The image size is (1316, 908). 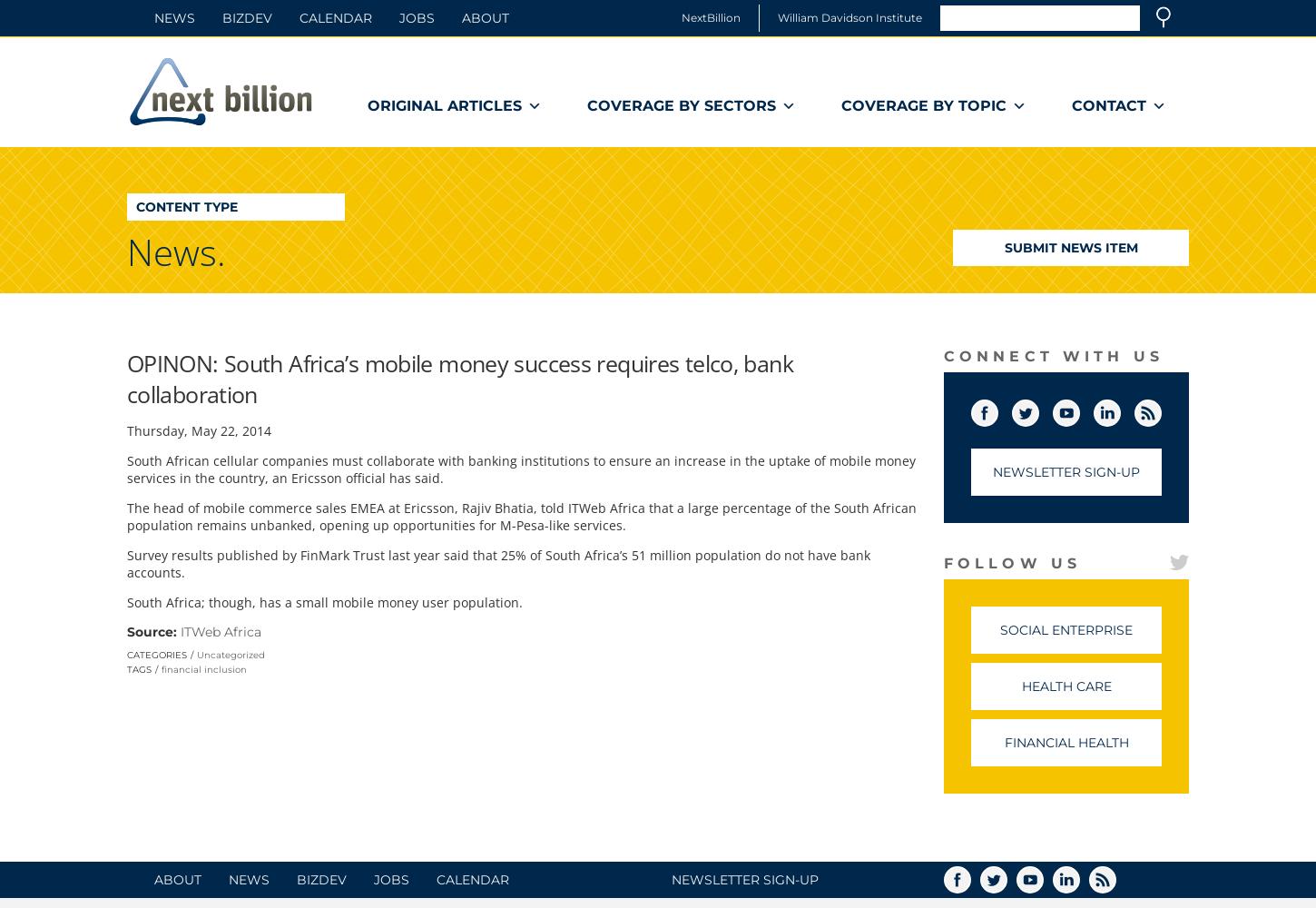 What do you see at coordinates (1105, 409) in the screenshot?
I see `'YouTube'` at bounding box center [1105, 409].